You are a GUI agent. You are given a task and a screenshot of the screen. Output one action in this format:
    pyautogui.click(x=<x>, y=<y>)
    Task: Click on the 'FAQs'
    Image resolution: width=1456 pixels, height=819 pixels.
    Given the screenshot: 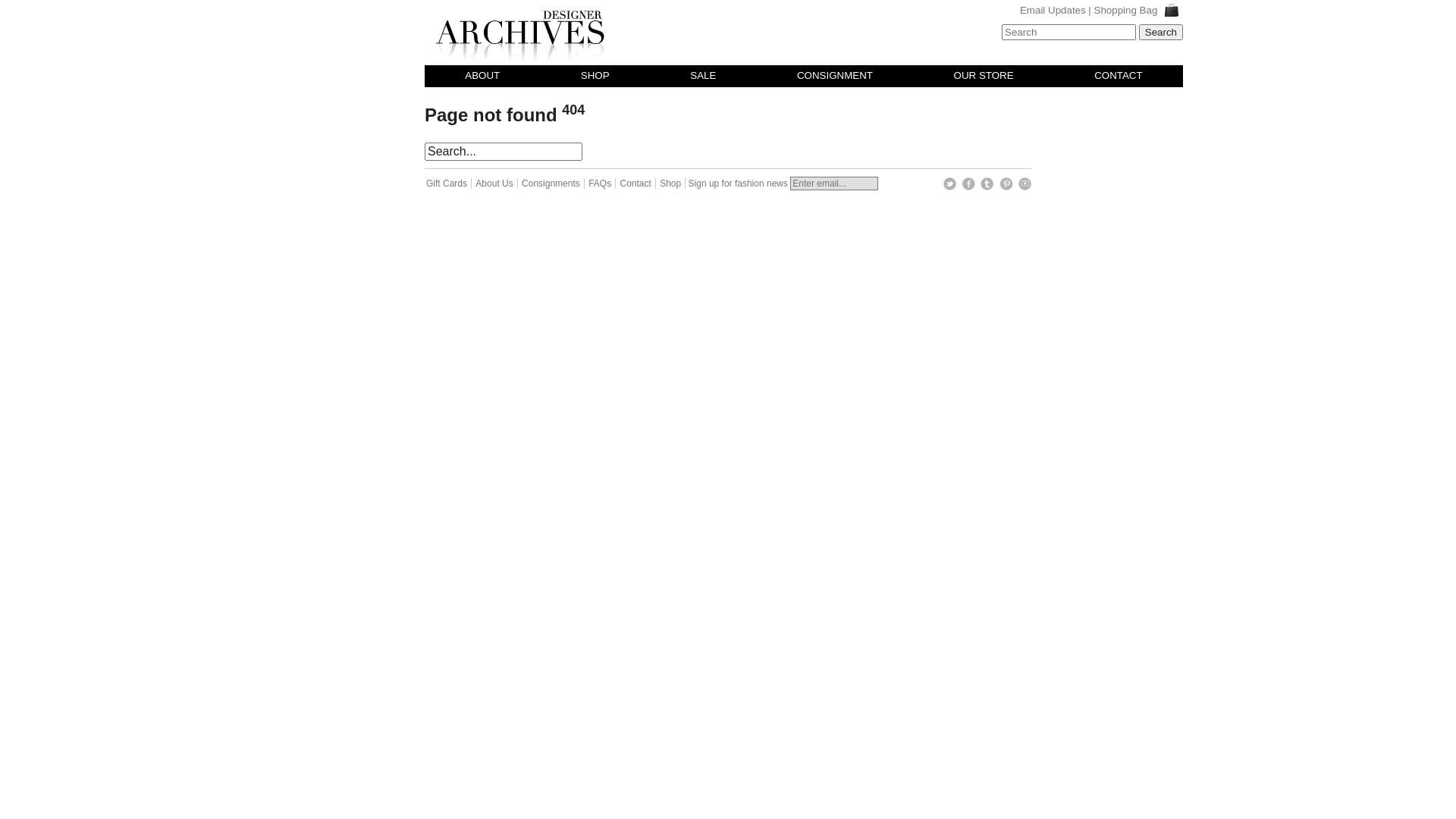 What is the action you would take?
    pyautogui.click(x=600, y=183)
    